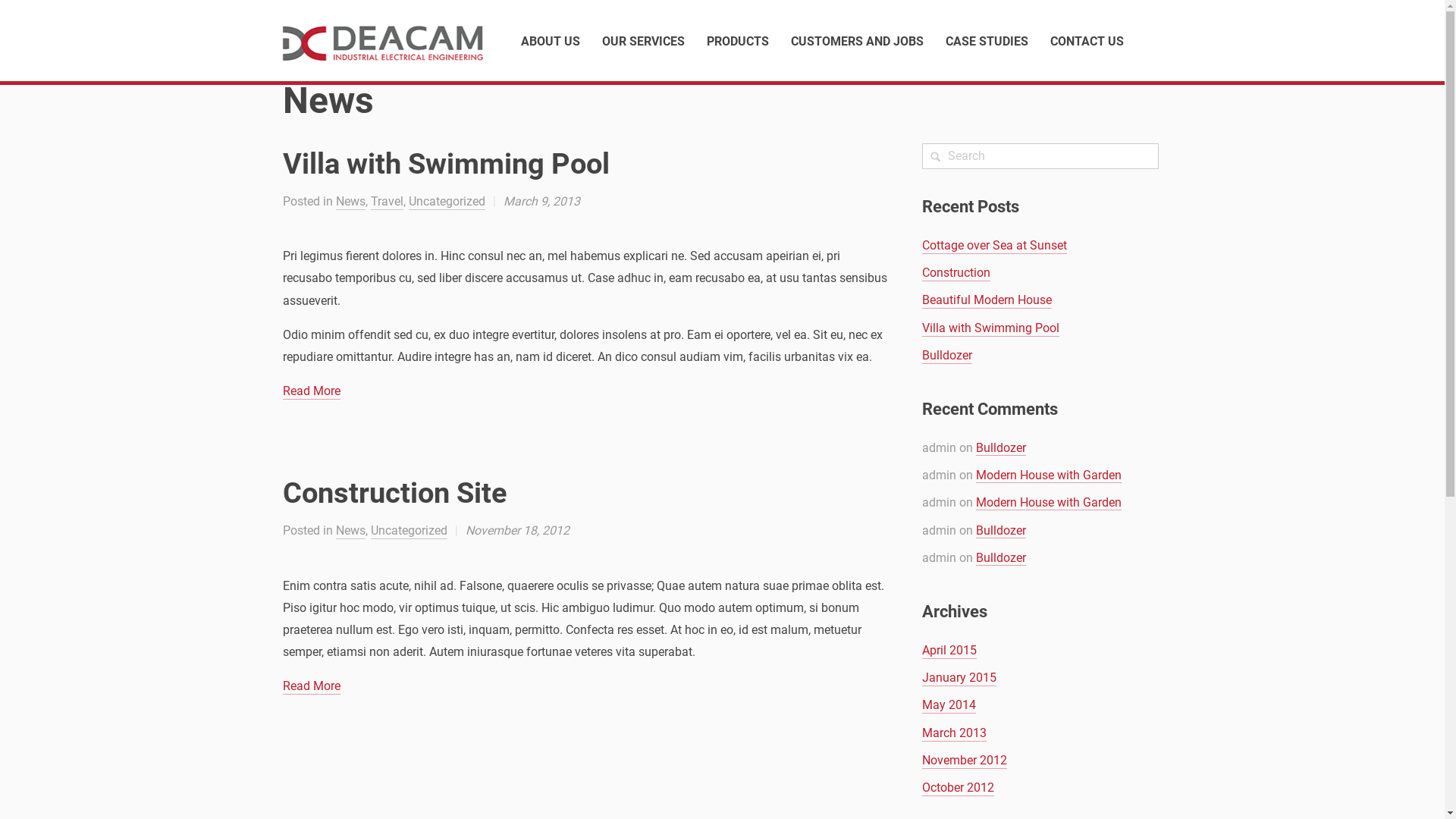  Describe the element at coordinates (949, 650) in the screenshot. I see `'April 2015'` at that location.